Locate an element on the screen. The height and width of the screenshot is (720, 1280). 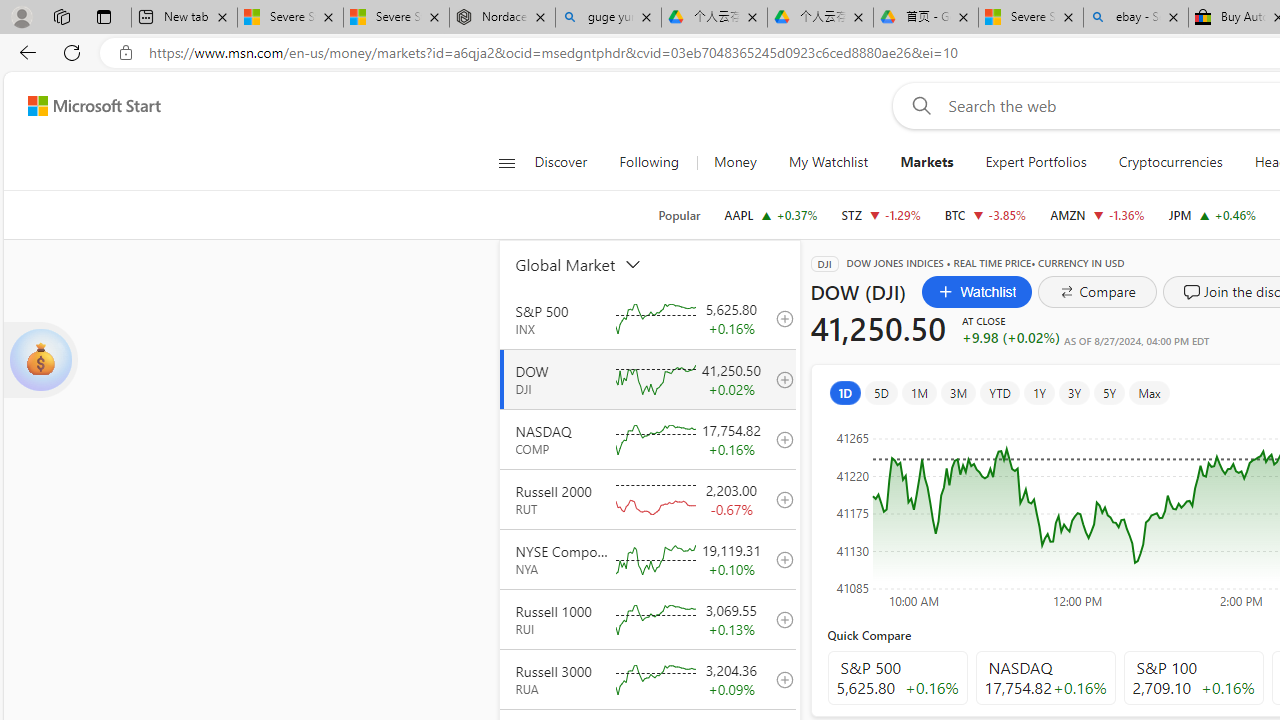
'Max' is located at coordinates (1149, 392).